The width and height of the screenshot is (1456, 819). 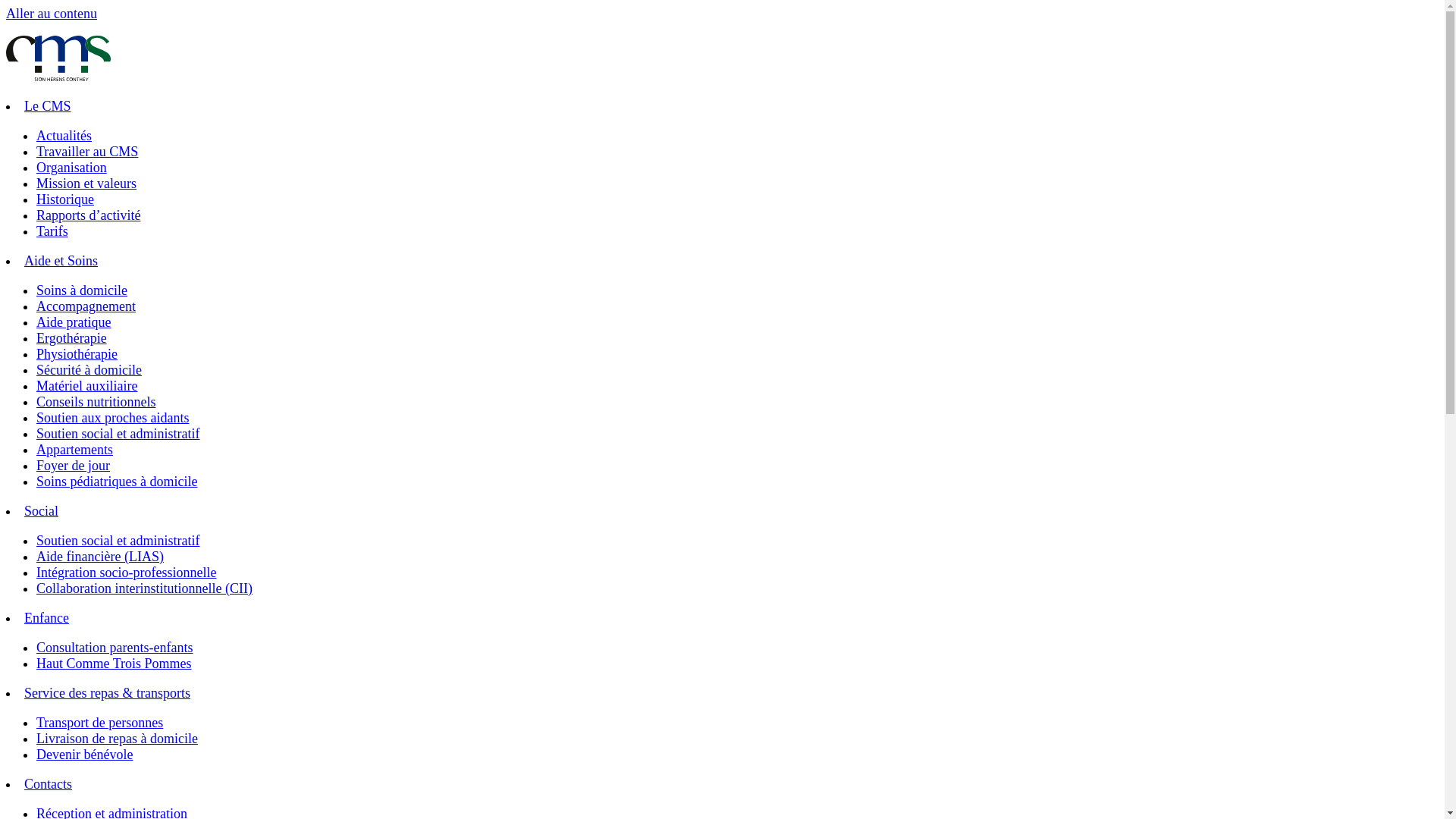 What do you see at coordinates (51, 14) in the screenshot?
I see `'Aller au contenu'` at bounding box center [51, 14].